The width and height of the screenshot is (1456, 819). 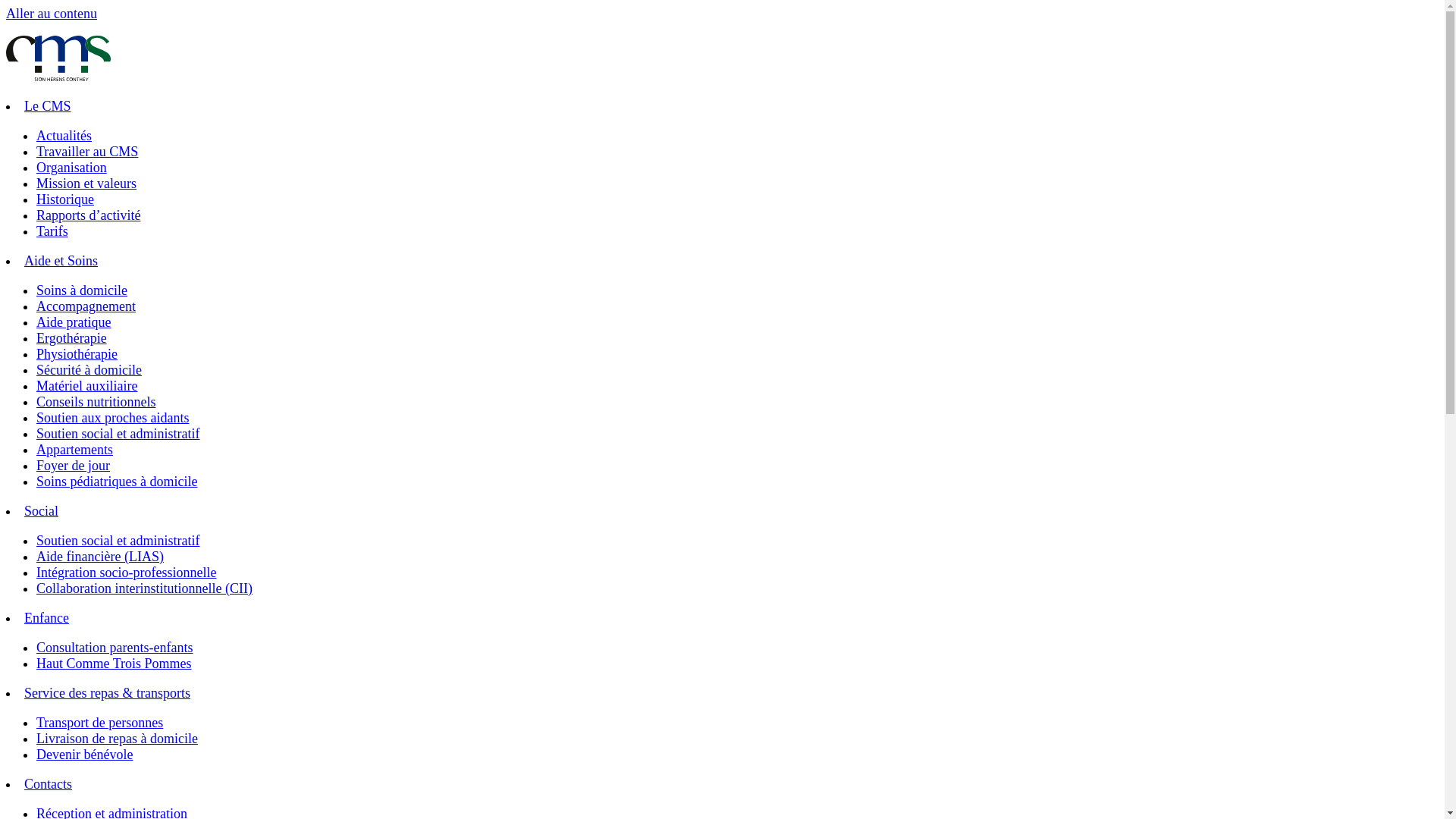 What do you see at coordinates (51, 14) in the screenshot?
I see `'Aller au contenu'` at bounding box center [51, 14].